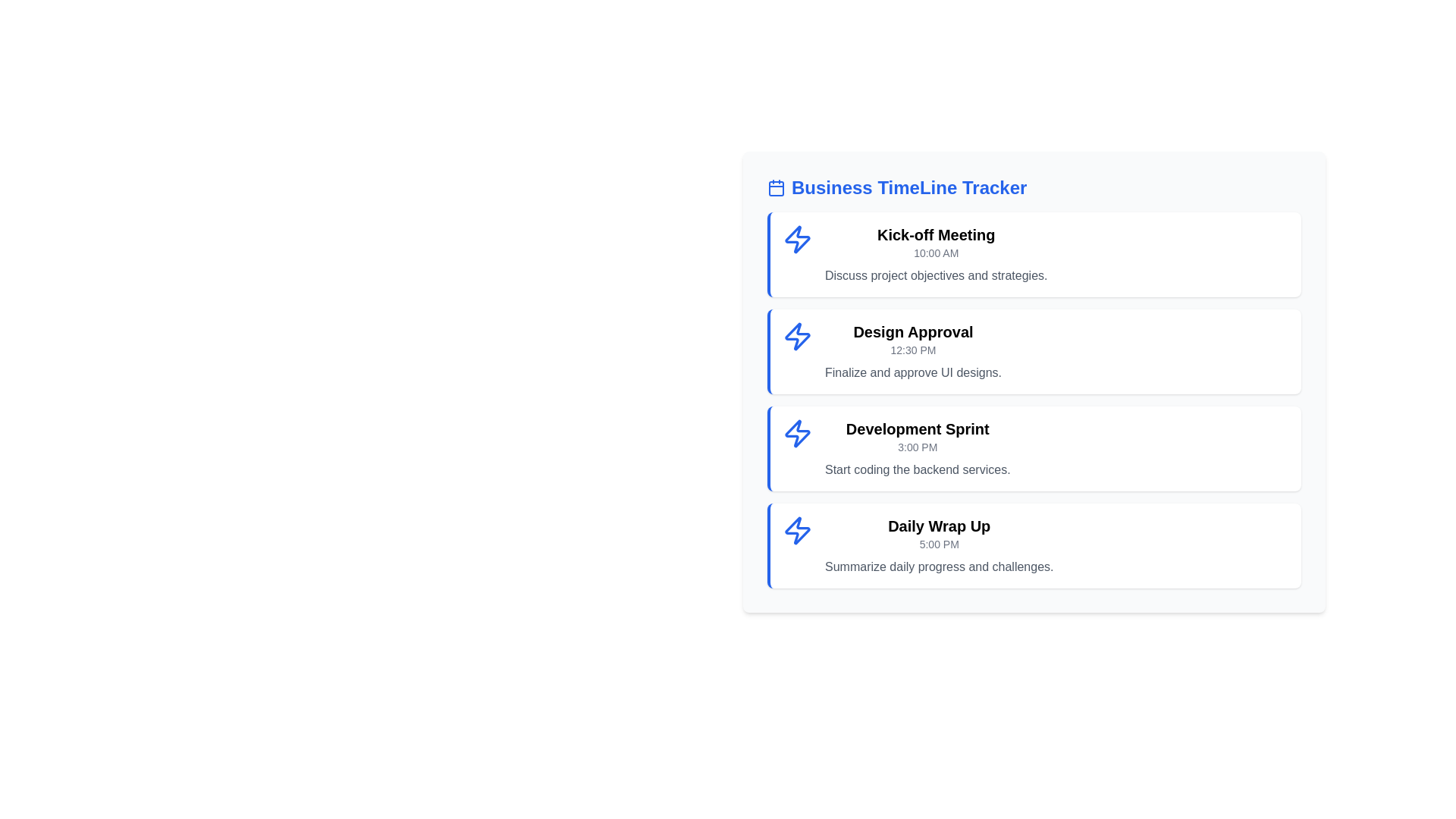  Describe the element at coordinates (938, 546) in the screenshot. I see `text block displaying details about a specific task in the timeline, located below the 'Development Sprint' entry` at that location.